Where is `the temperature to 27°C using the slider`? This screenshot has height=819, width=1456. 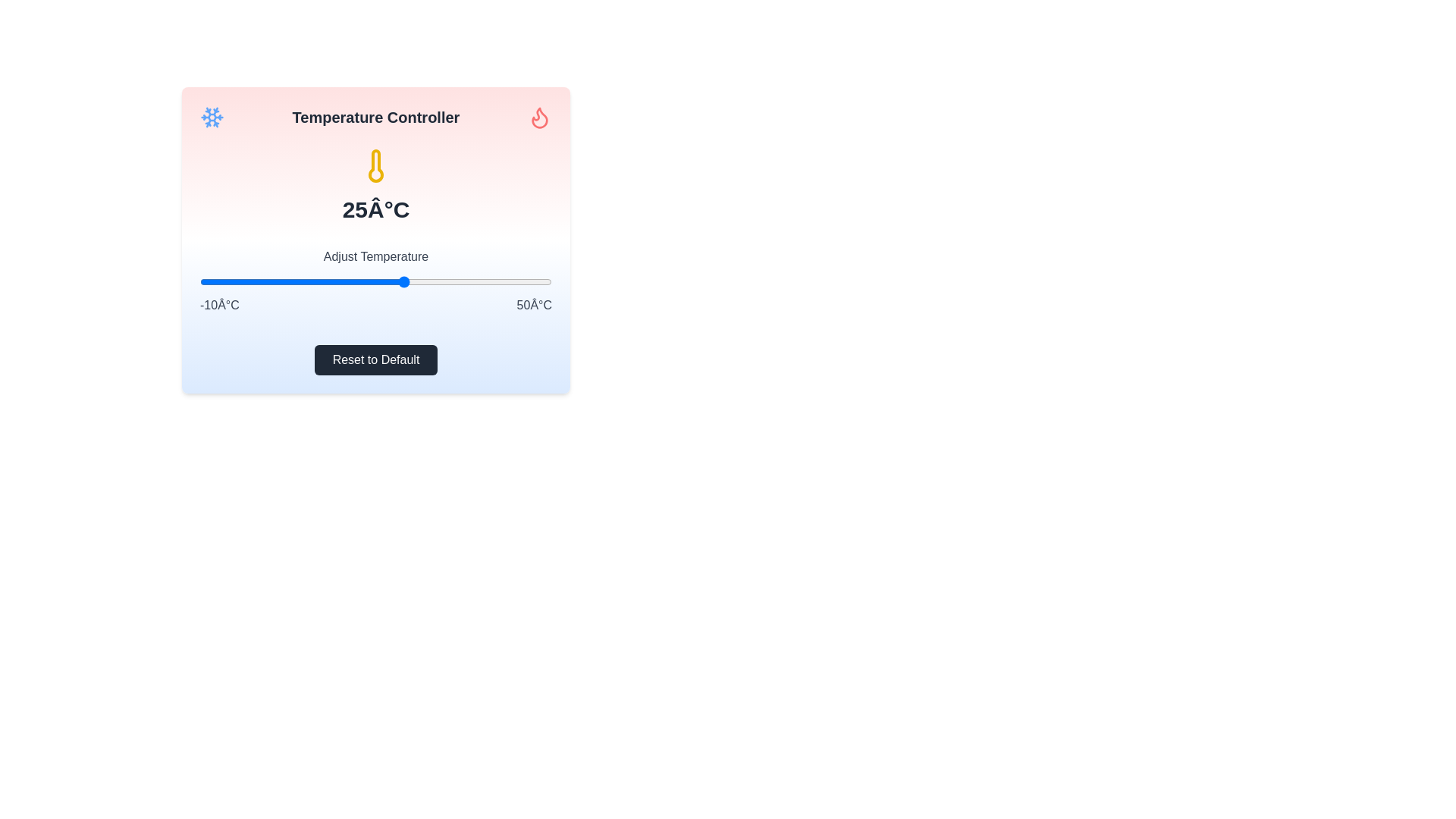 the temperature to 27°C using the slider is located at coordinates (417, 281).